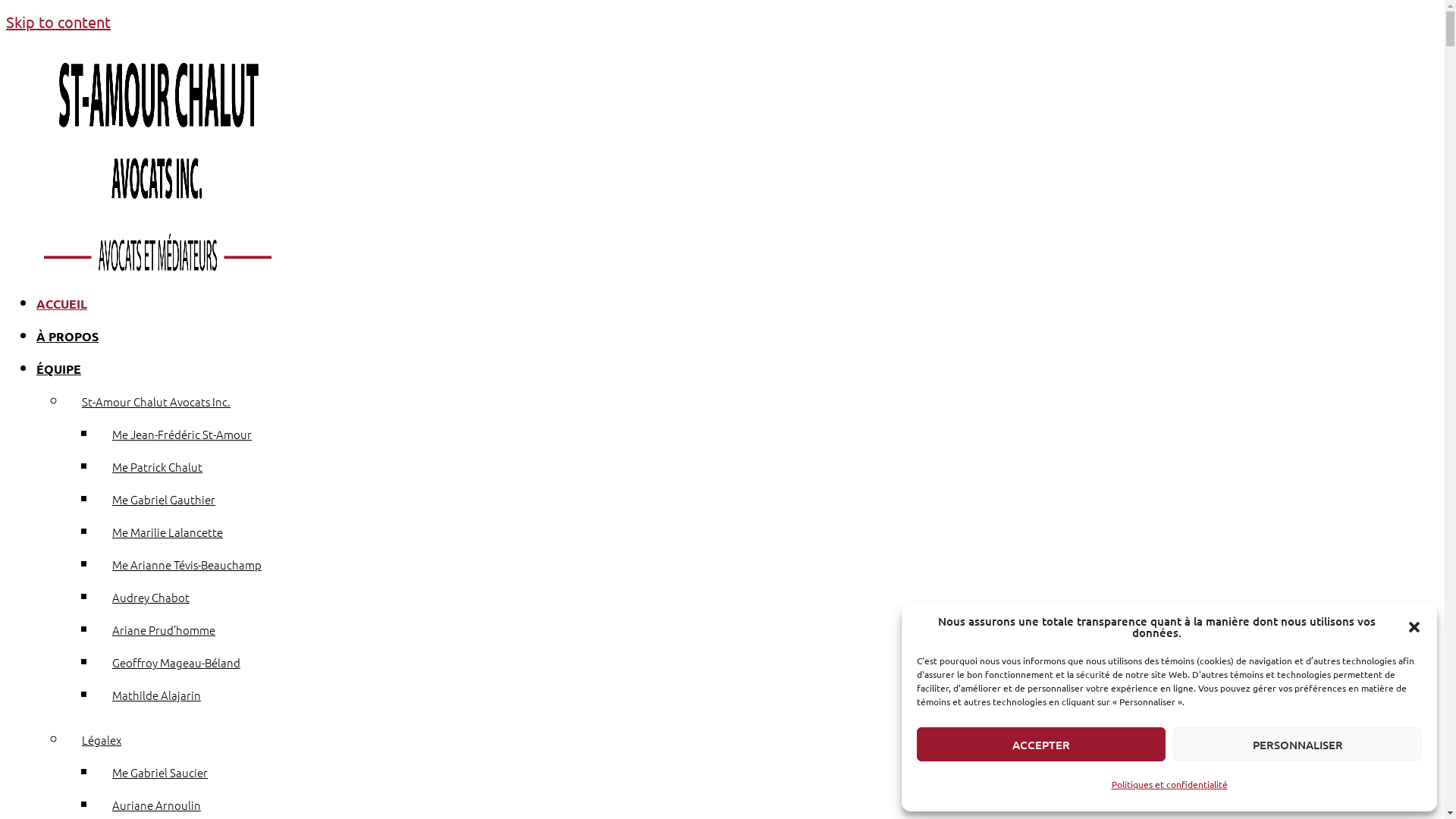 The width and height of the screenshot is (1456, 819). I want to click on 'Me Patrick Chalut', so click(157, 466).